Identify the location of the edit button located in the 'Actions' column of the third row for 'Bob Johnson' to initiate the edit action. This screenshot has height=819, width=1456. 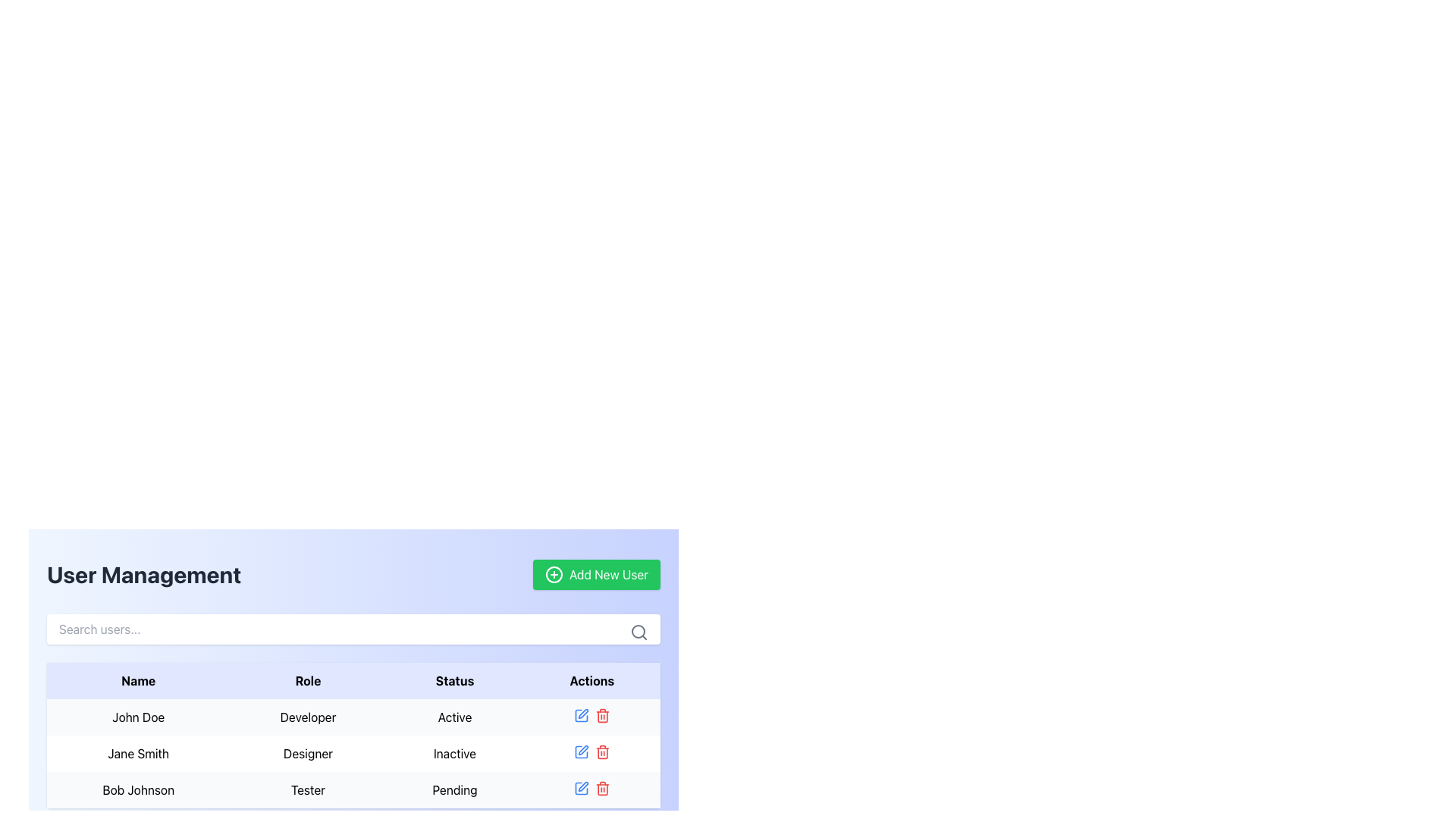
(580, 788).